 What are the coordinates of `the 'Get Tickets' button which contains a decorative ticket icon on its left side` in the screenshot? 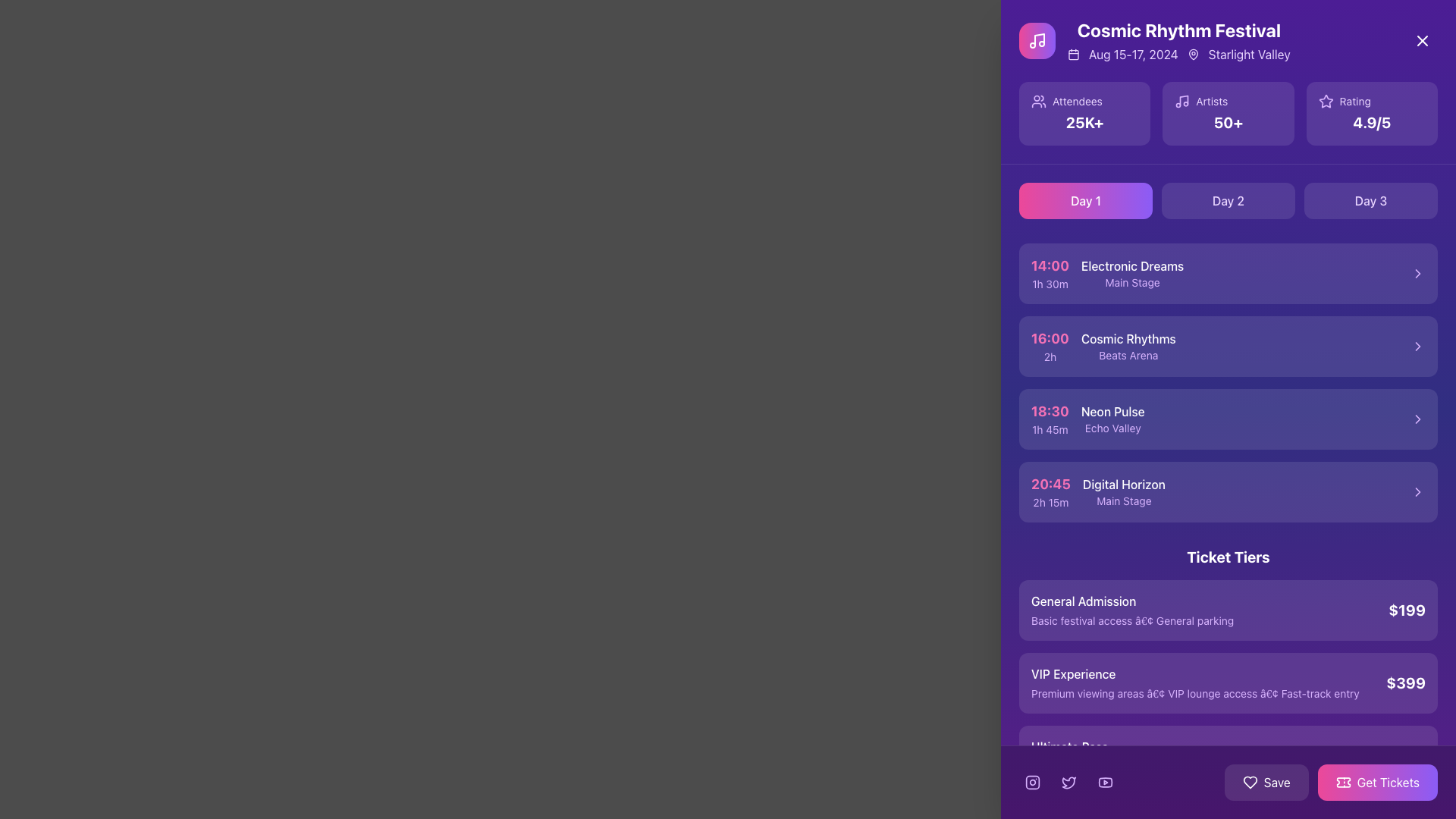 It's located at (1343, 783).